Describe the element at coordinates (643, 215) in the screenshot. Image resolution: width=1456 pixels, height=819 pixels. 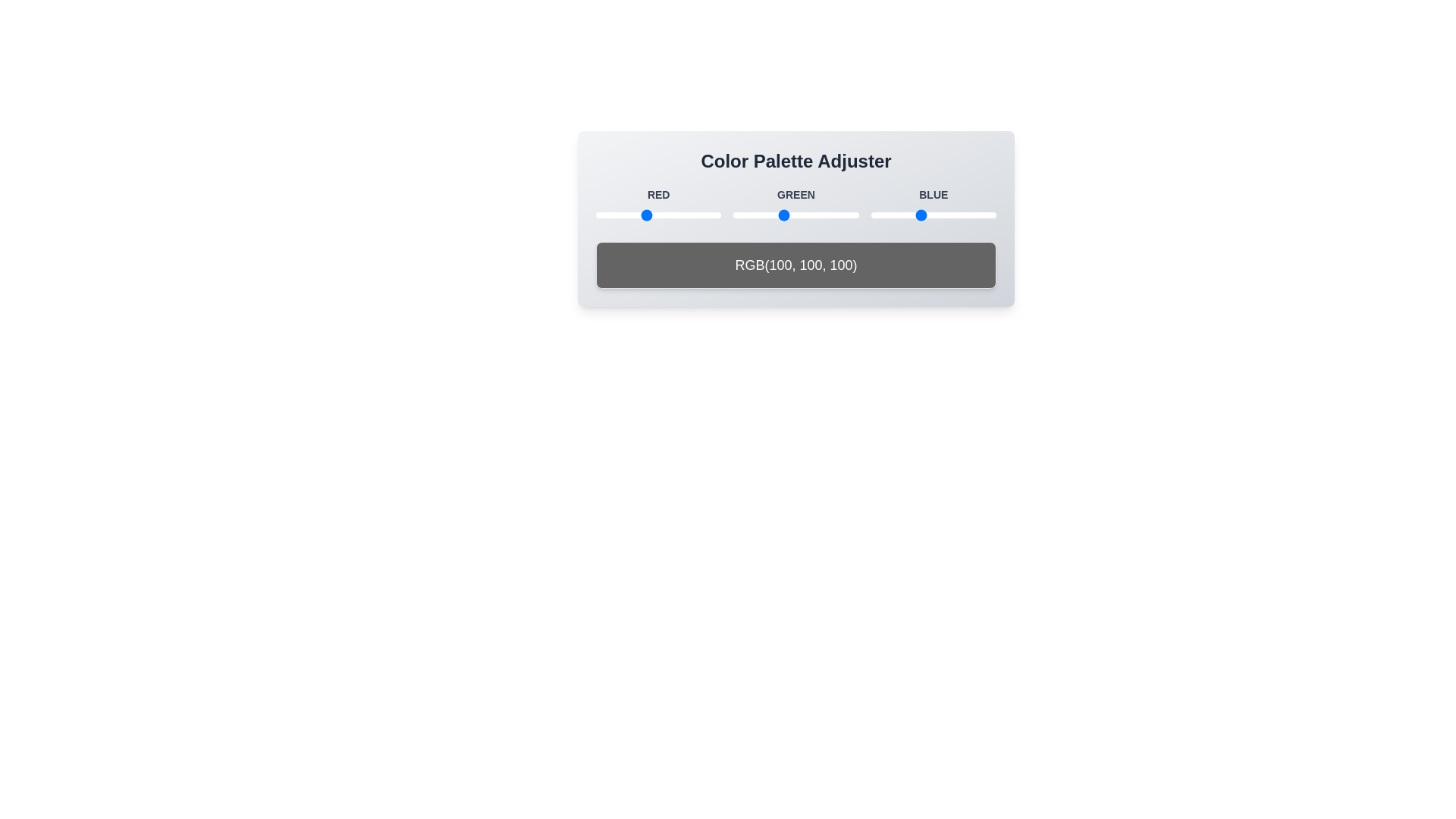
I see `the 1 slider to 97` at that location.